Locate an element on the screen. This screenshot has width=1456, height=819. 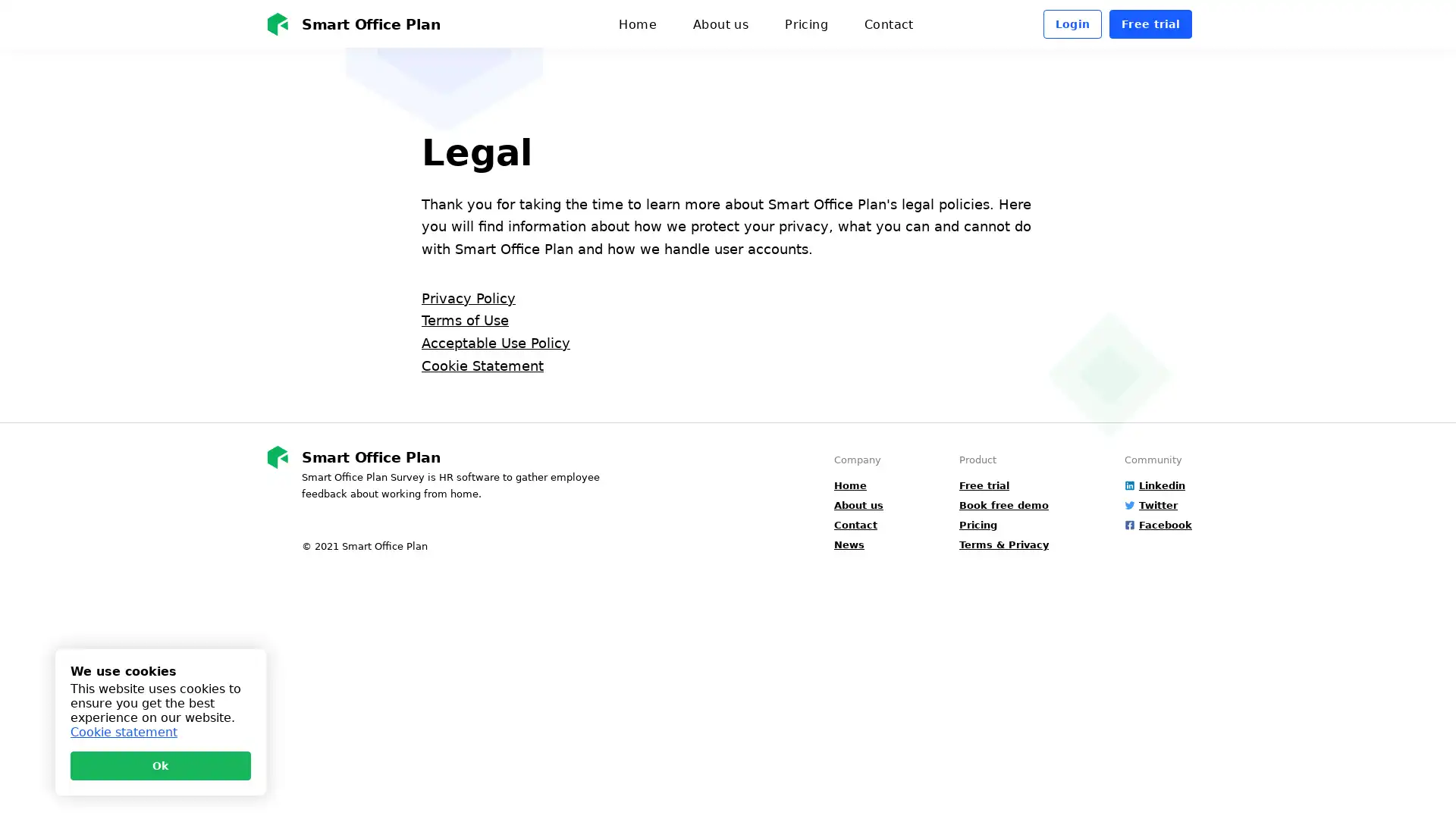
Ok is located at coordinates (160, 766).